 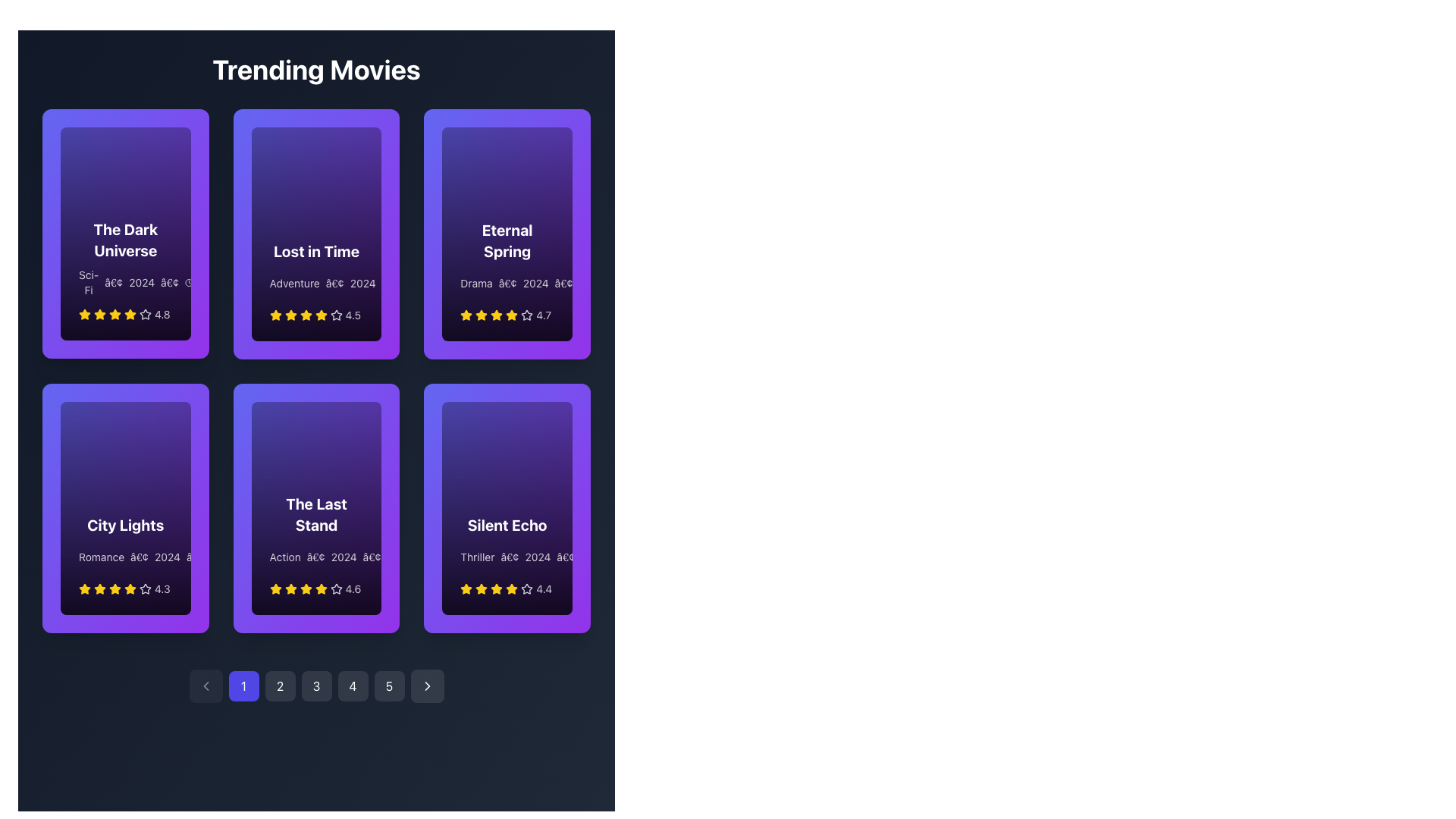 What do you see at coordinates (243, 686) in the screenshot?
I see `the rounded square button with a blue background and white text displaying '1'` at bounding box center [243, 686].